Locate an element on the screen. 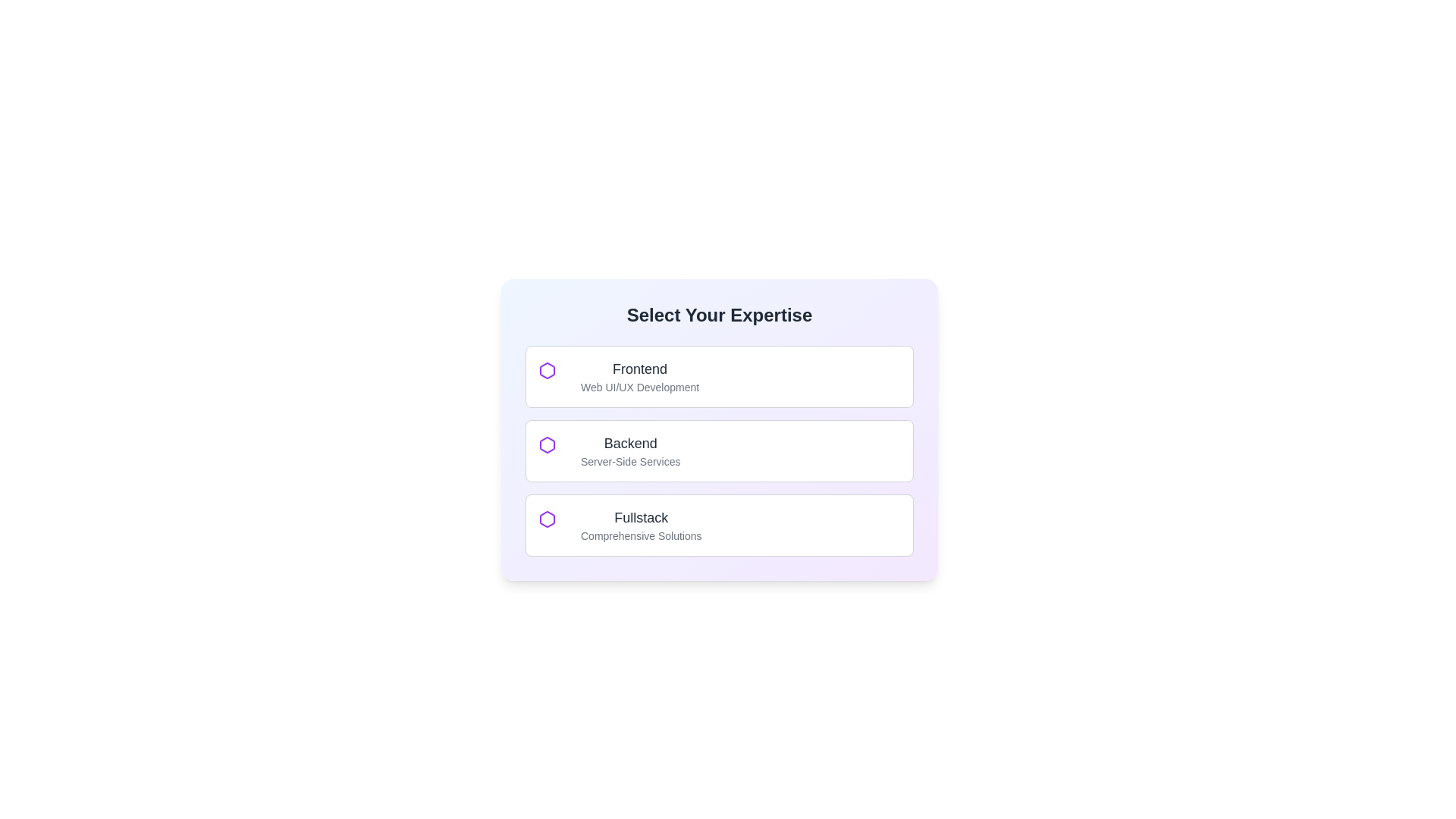 The image size is (1456, 819). the static text label for the option related to full-stack expertise, which is located in the third choice box of the 'Select Your Expertise' options list is located at coordinates (641, 516).